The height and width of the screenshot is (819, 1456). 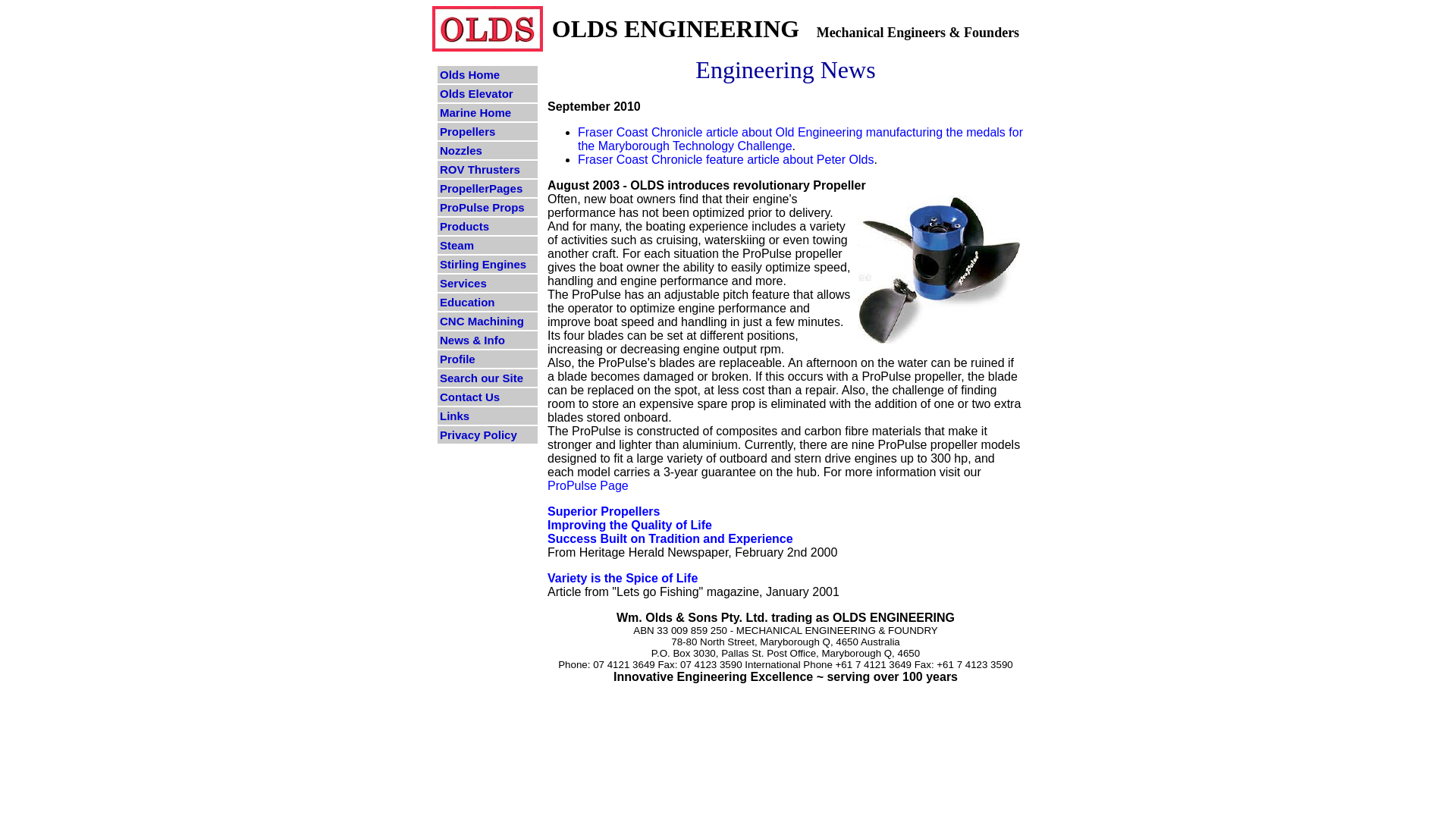 What do you see at coordinates (488, 150) in the screenshot?
I see `'Nozzles'` at bounding box center [488, 150].